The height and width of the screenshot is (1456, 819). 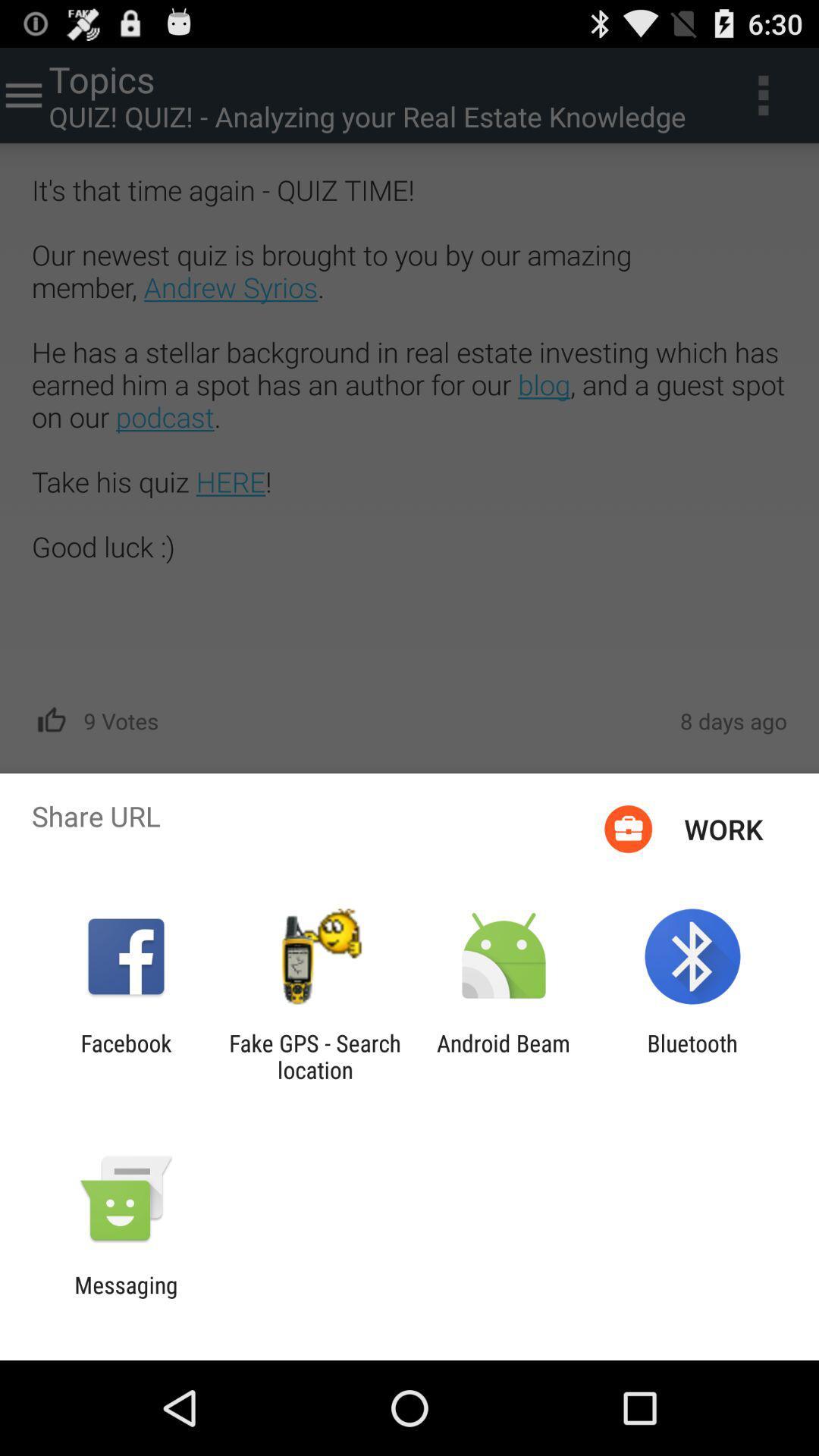 What do you see at coordinates (314, 1056) in the screenshot?
I see `icon to the right of the facebook` at bounding box center [314, 1056].